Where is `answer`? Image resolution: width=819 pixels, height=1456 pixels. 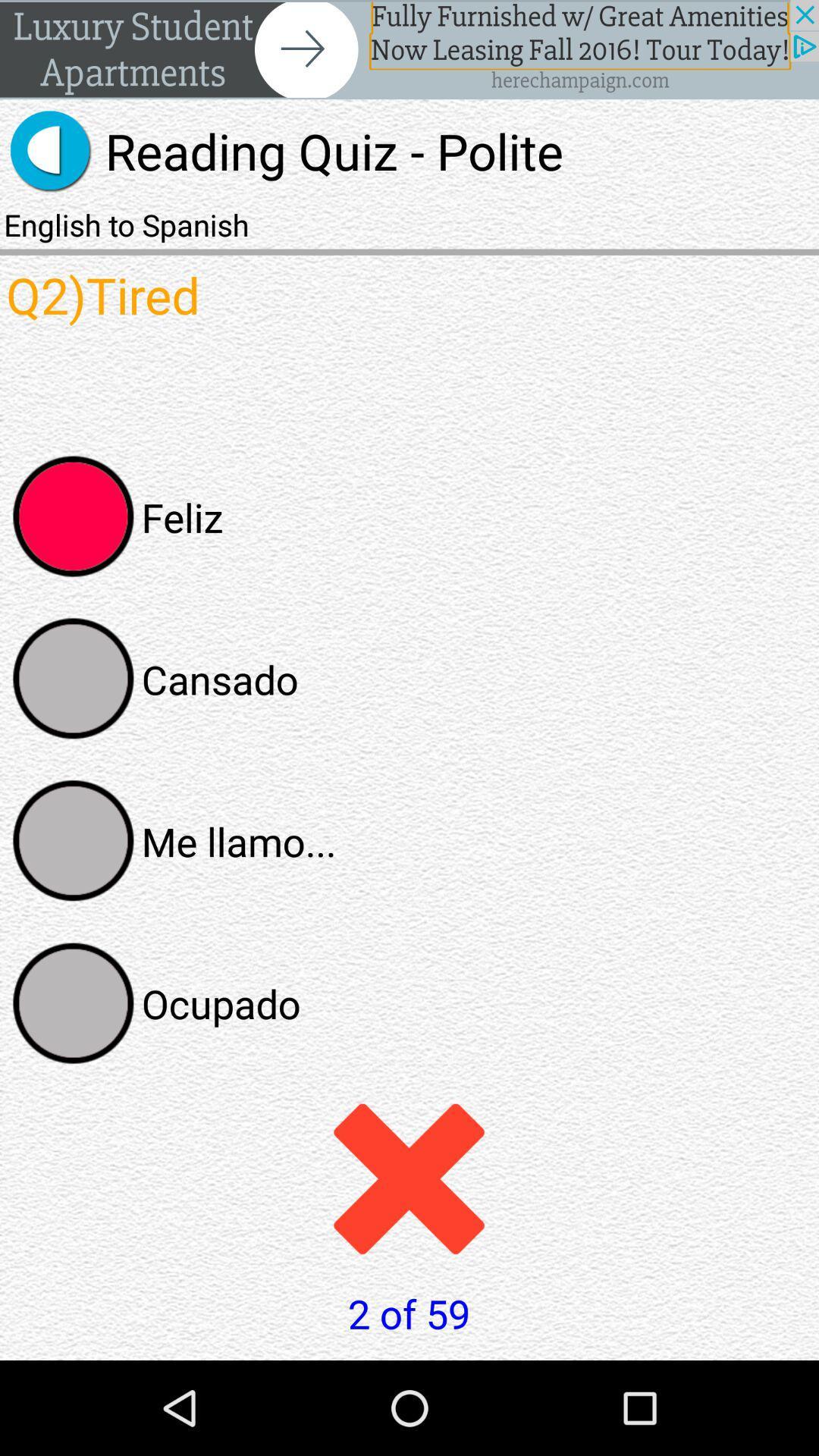 answer is located at coordinates (74, 678).